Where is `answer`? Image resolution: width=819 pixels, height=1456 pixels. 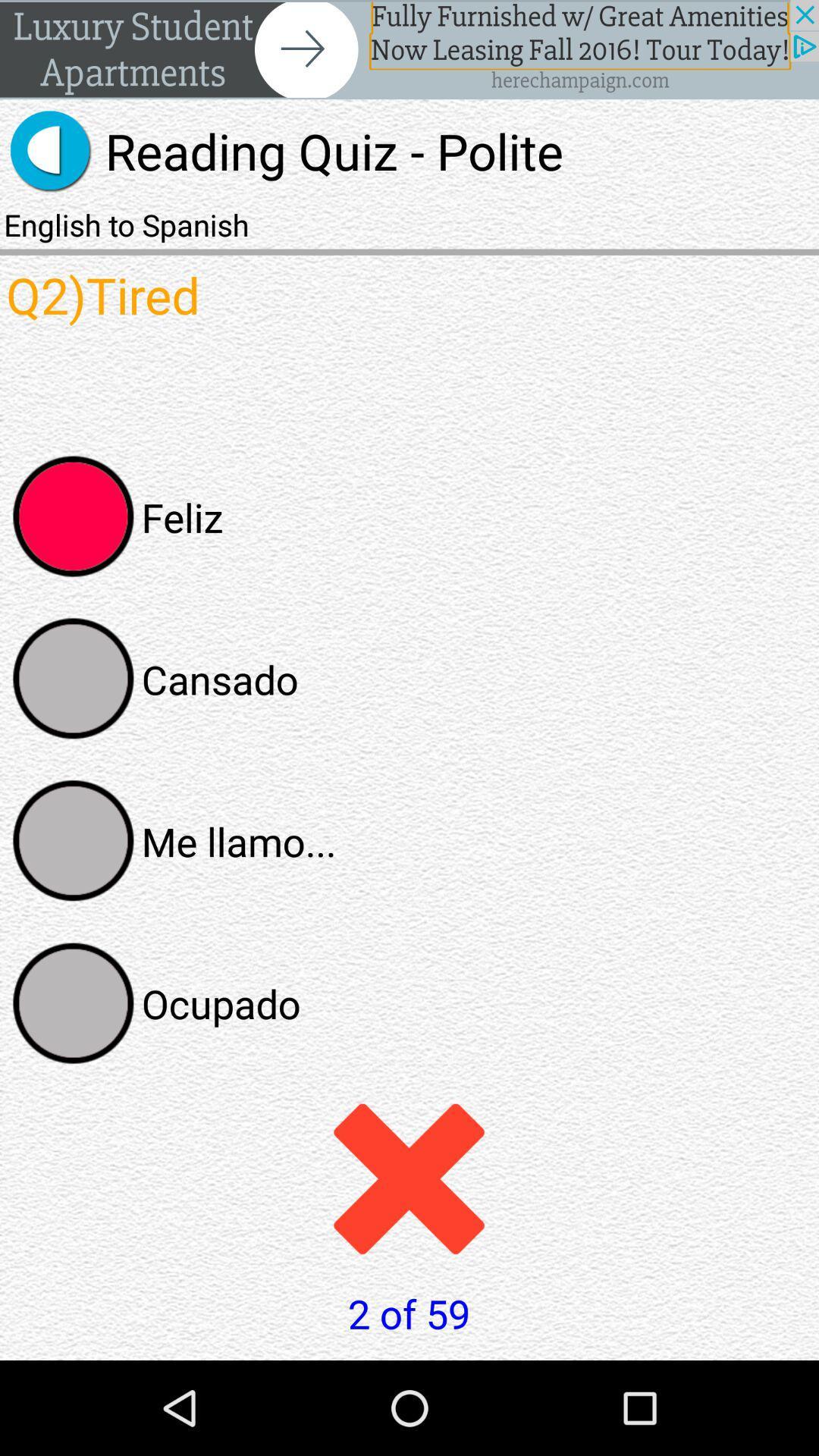 answer is located at coordinates (74, 678).